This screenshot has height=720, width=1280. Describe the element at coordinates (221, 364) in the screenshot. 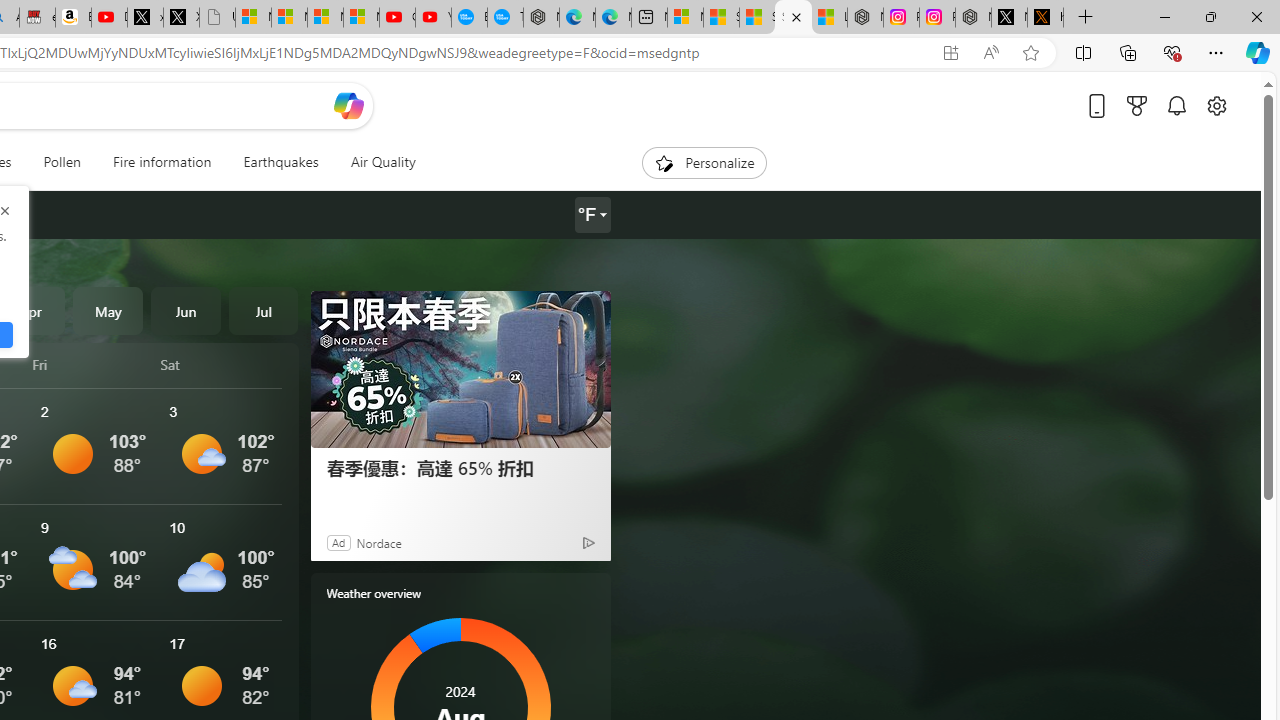

I see `'Sat'` at that location.